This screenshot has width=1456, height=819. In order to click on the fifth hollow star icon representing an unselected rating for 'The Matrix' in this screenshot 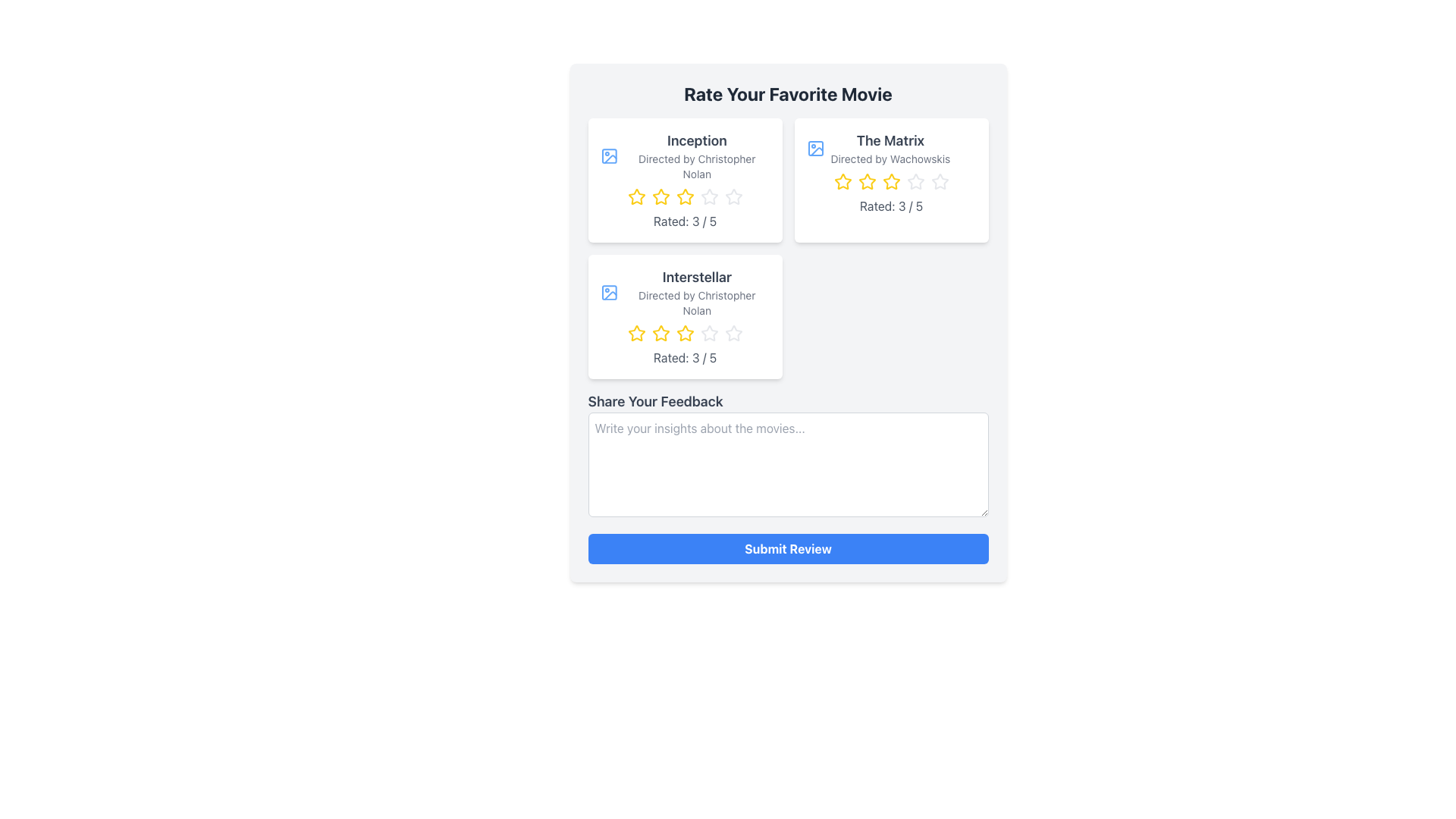, I will do `click(915, 180)`.